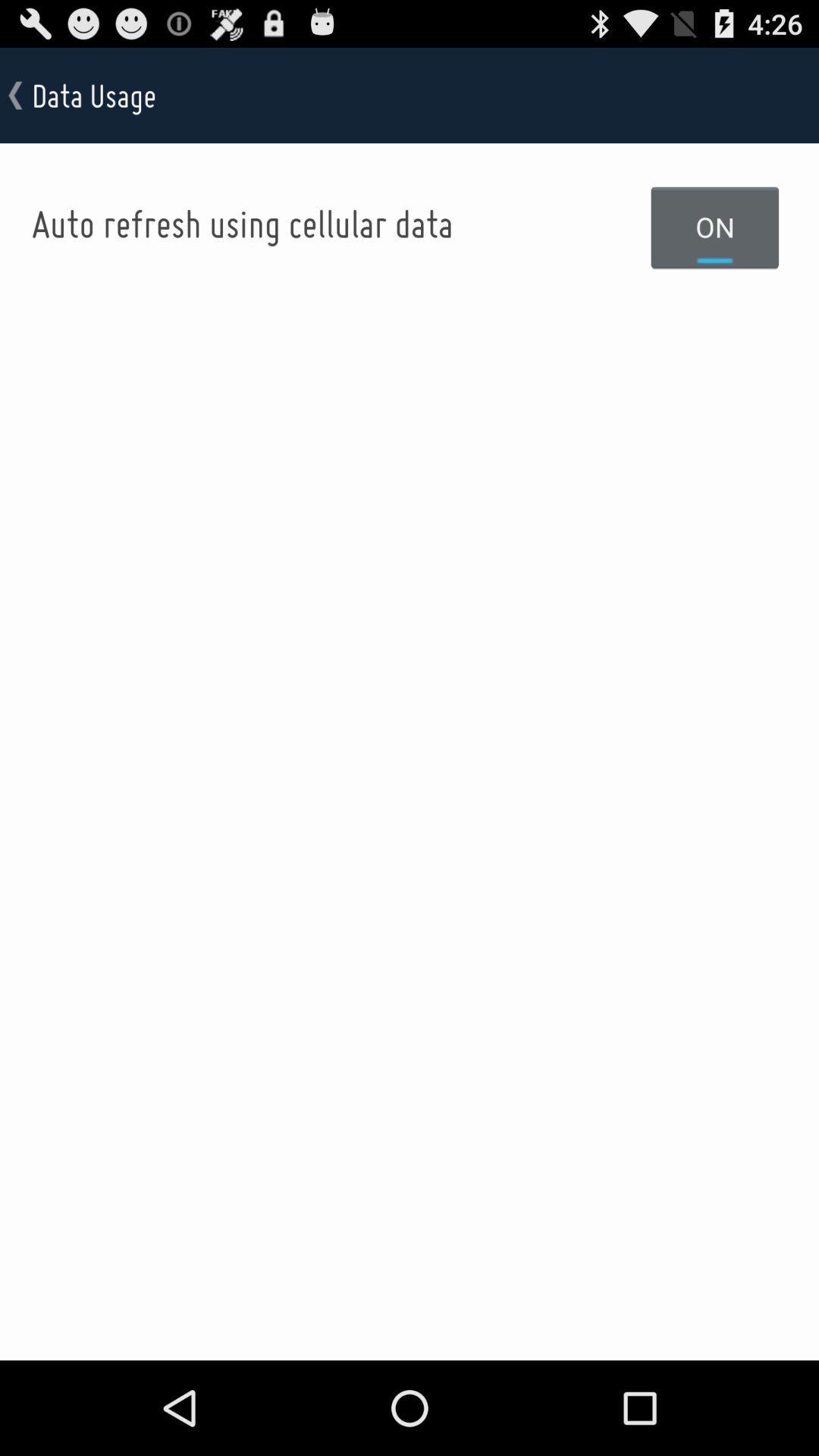 Image resolution: width=819 pixels, height=1456 pixels. I want to click on the on, so click(715, 226).